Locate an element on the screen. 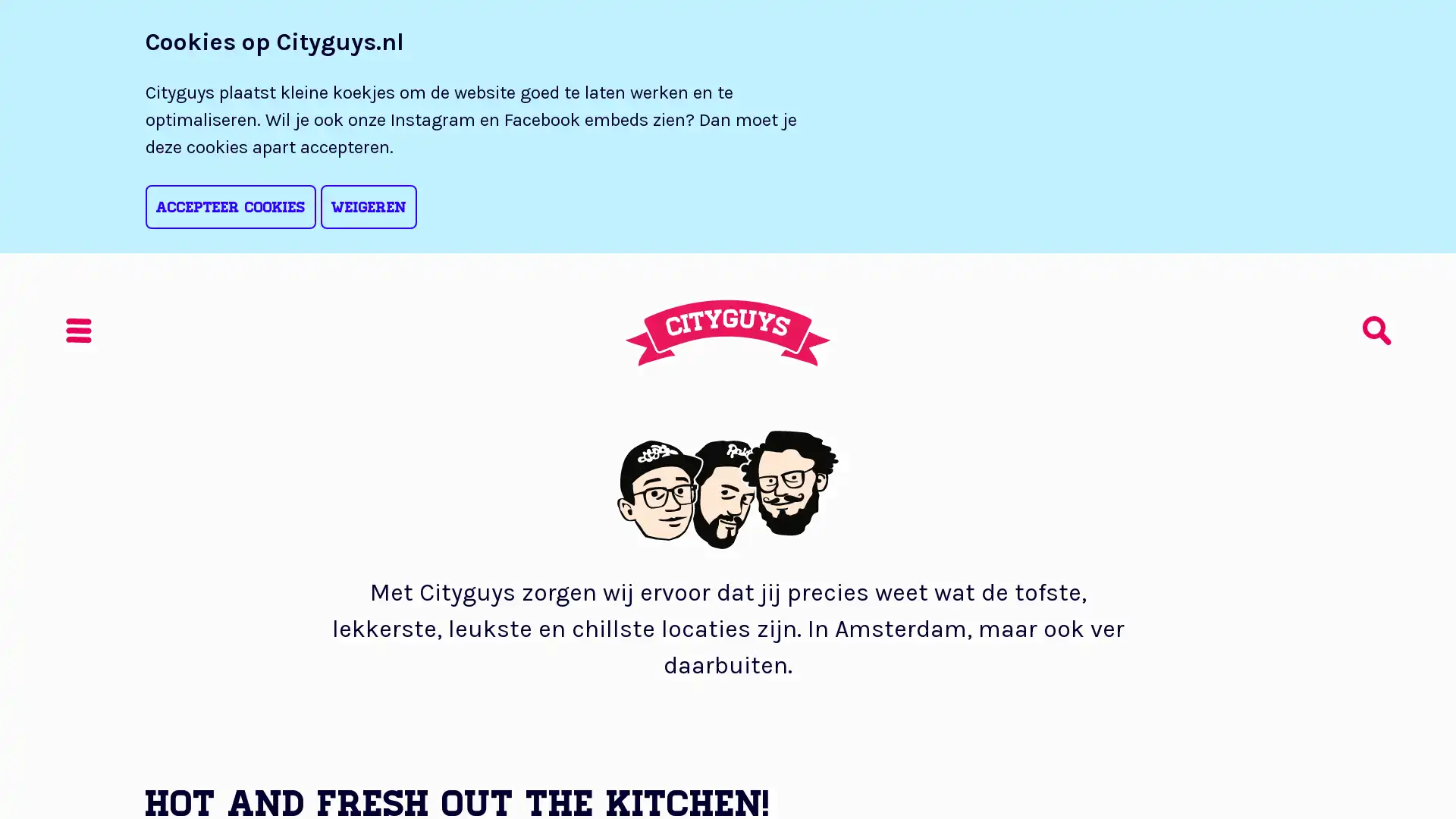 This screenshot has height=819, width=1456. Menu is located at coordinates (78, 331).